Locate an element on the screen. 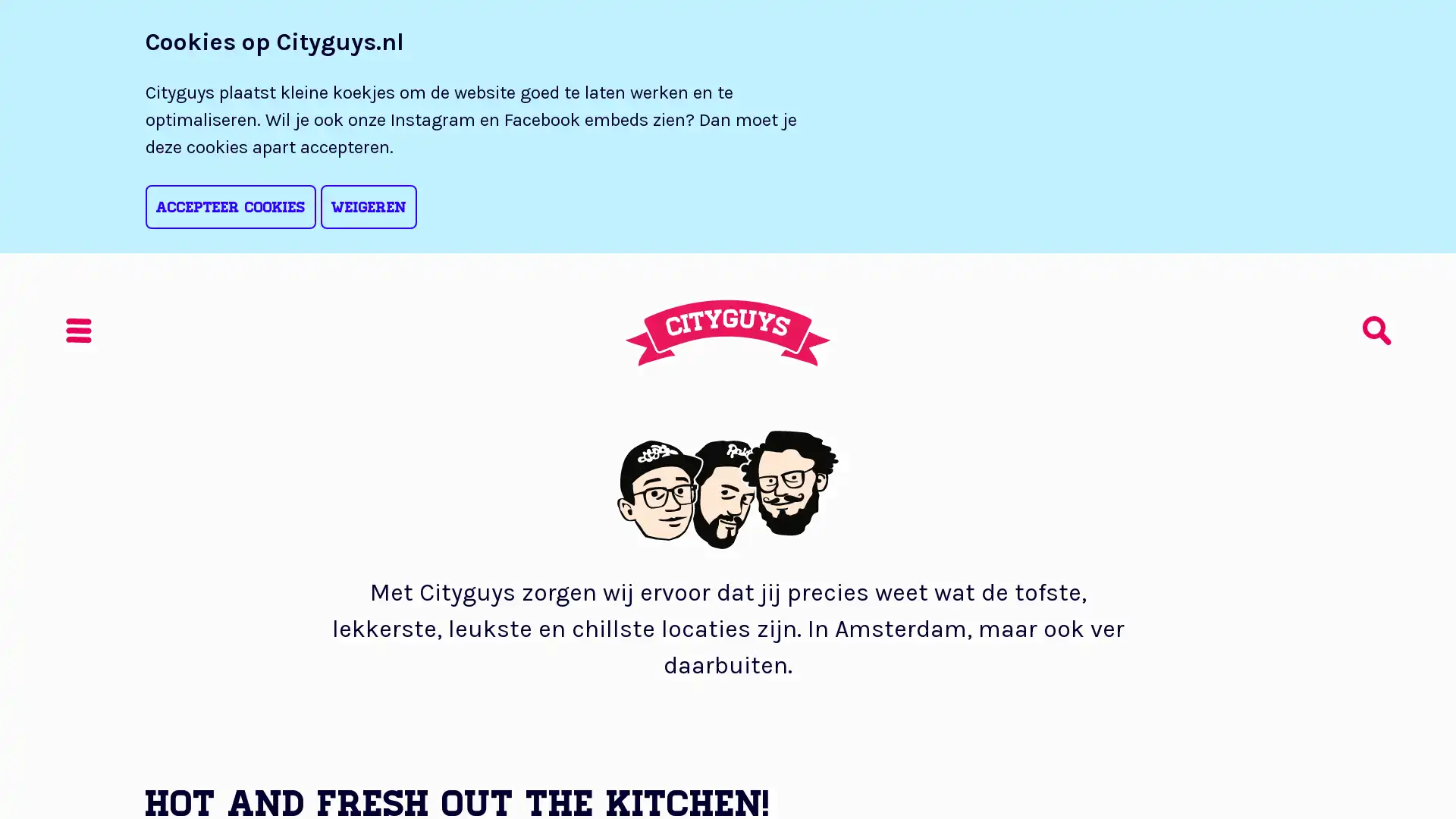 This screenshot has height=819, width=1456. Menu is located at coordinates (78, 331).